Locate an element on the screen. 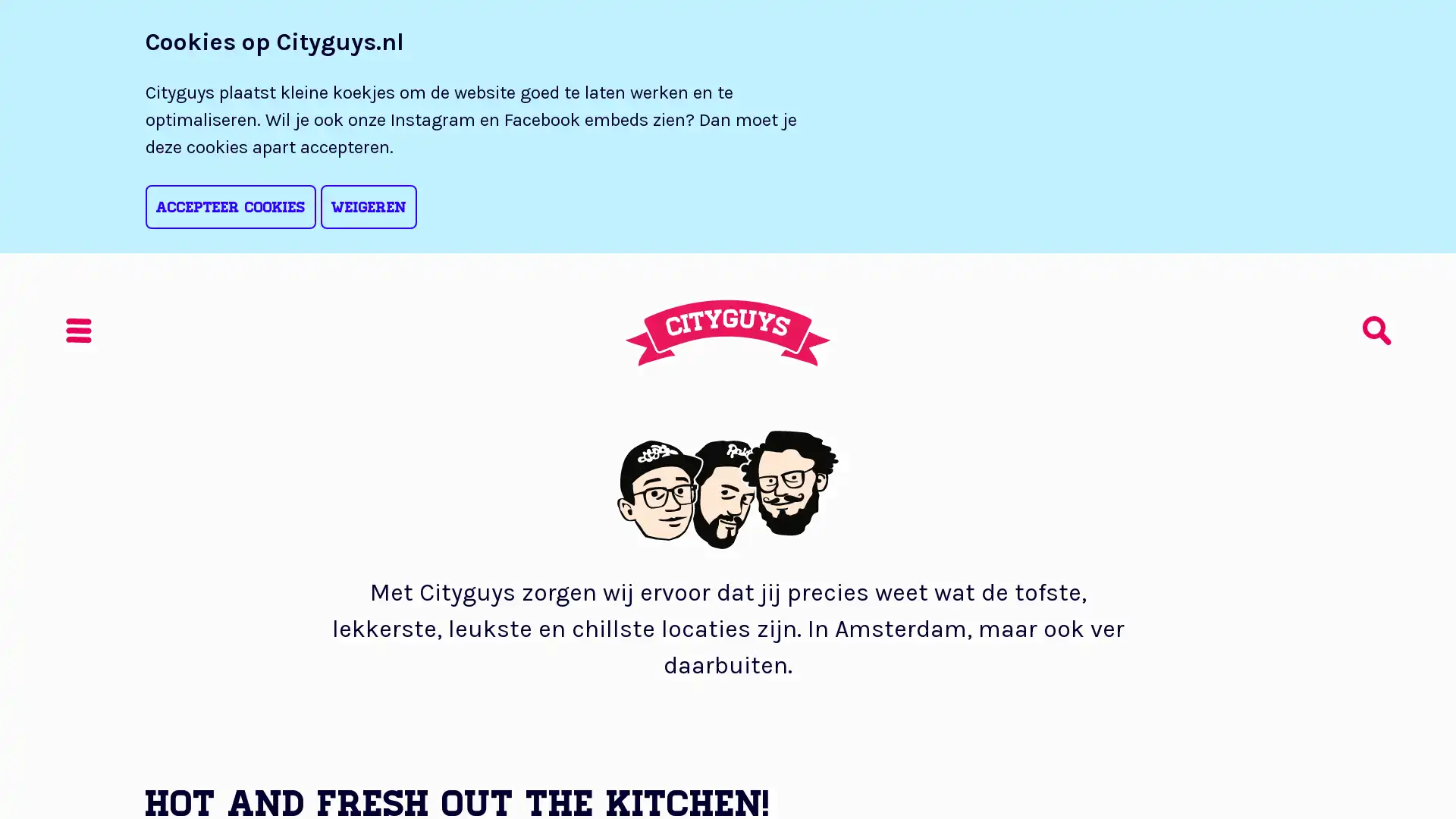 This screenshot has height=819, width=1456. Menu is located at coordinates (78, 331).